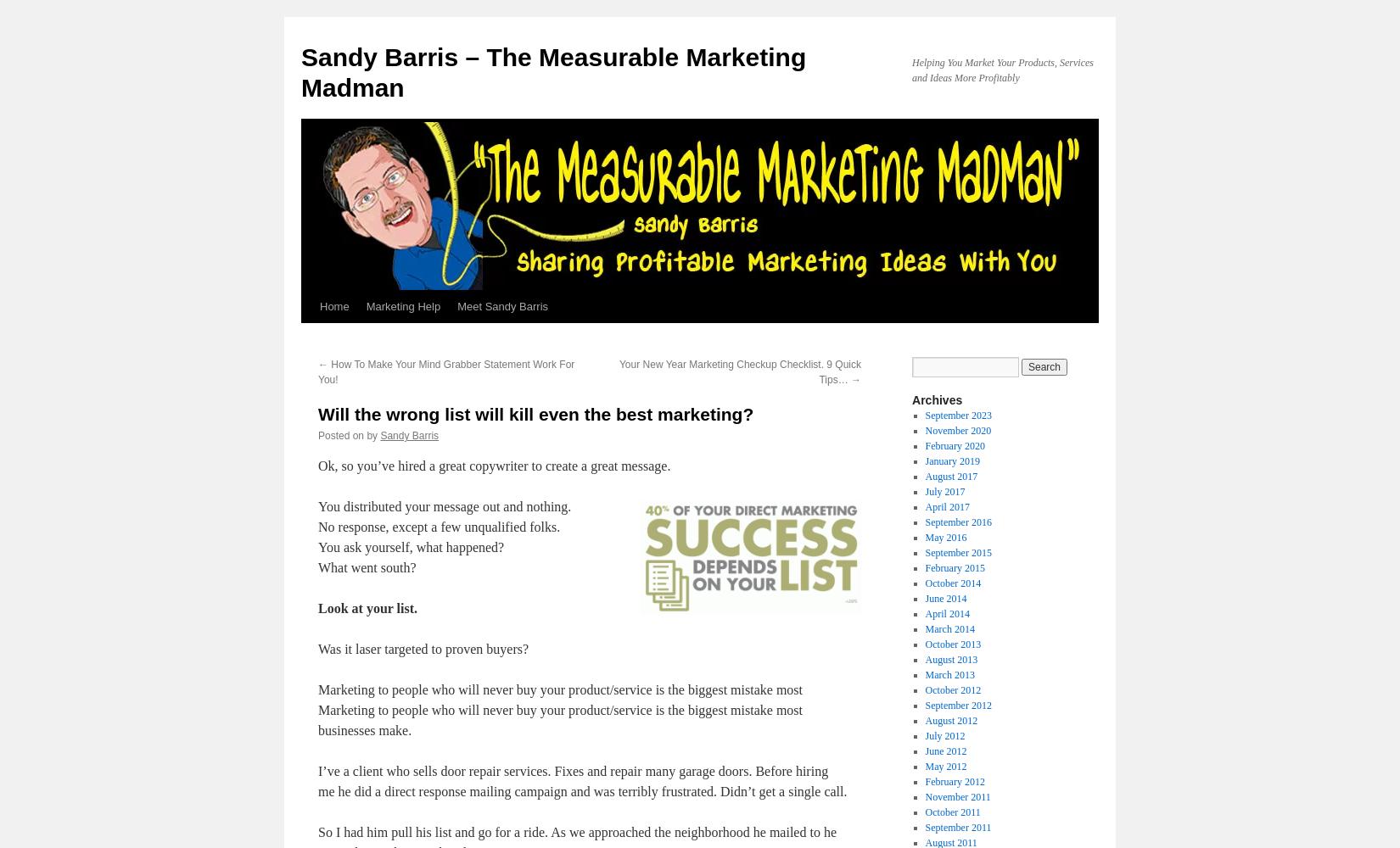 Image resolution: width=1400 pixels, height=848 pixels. I want to click on 'Will the wrong list will kill even the best marketing?', so click(535, 413).